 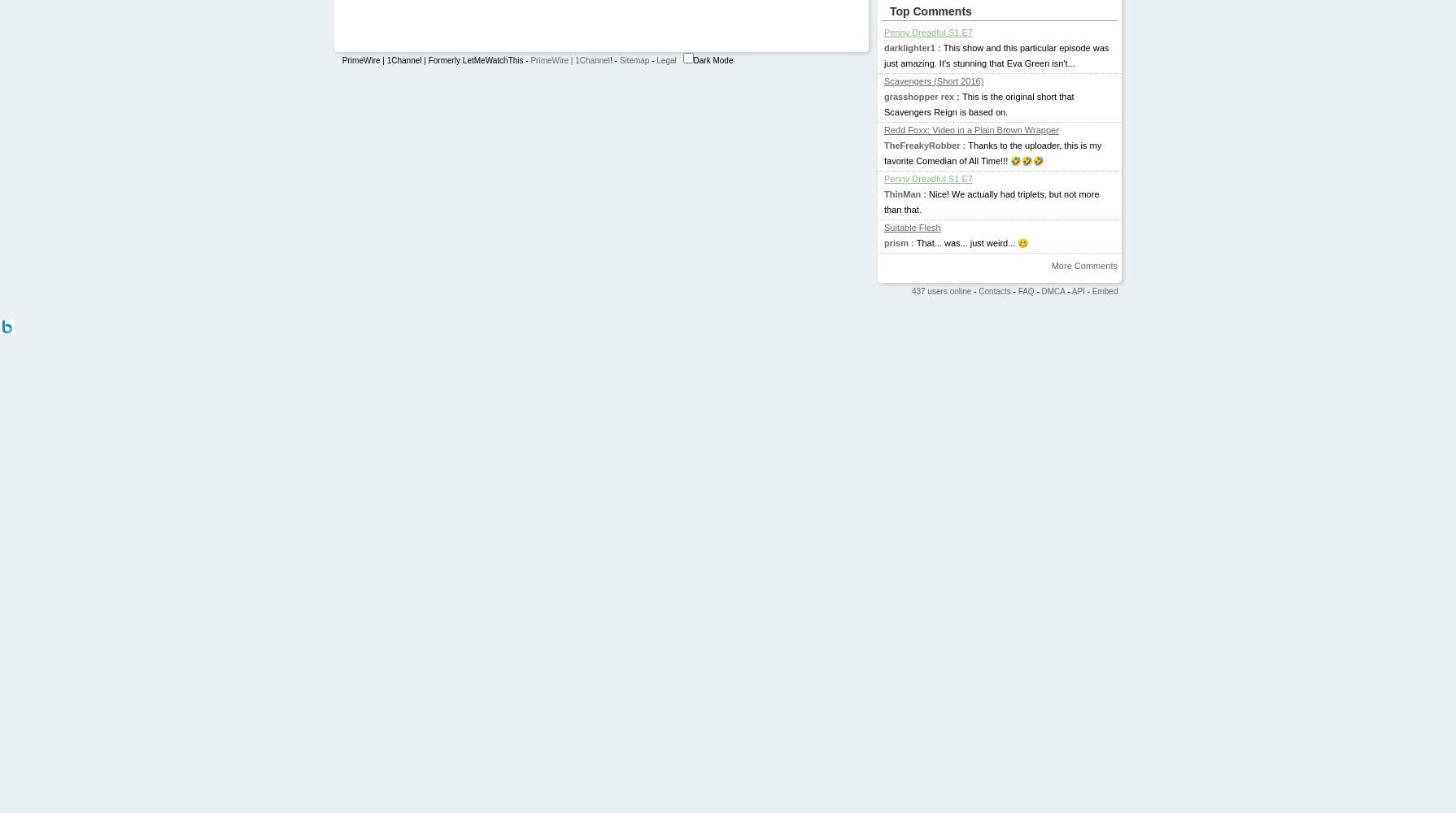 What do you see at coordinates (930, 11) in the screenshot?
I see `'Top Comments'` at bounding box center [930, 11].